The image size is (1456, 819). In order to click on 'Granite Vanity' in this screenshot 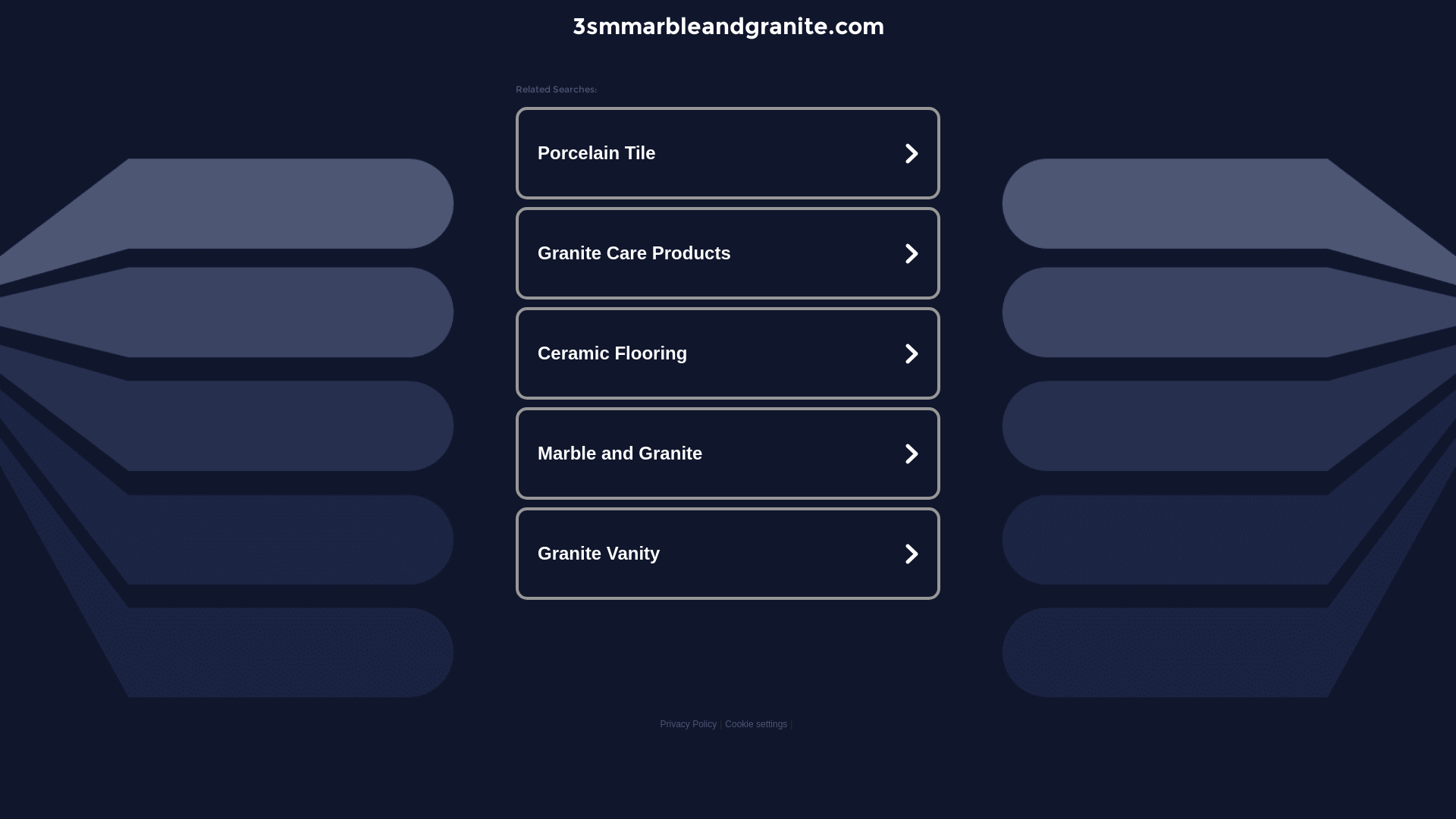, I will do `click(728, 553)`.